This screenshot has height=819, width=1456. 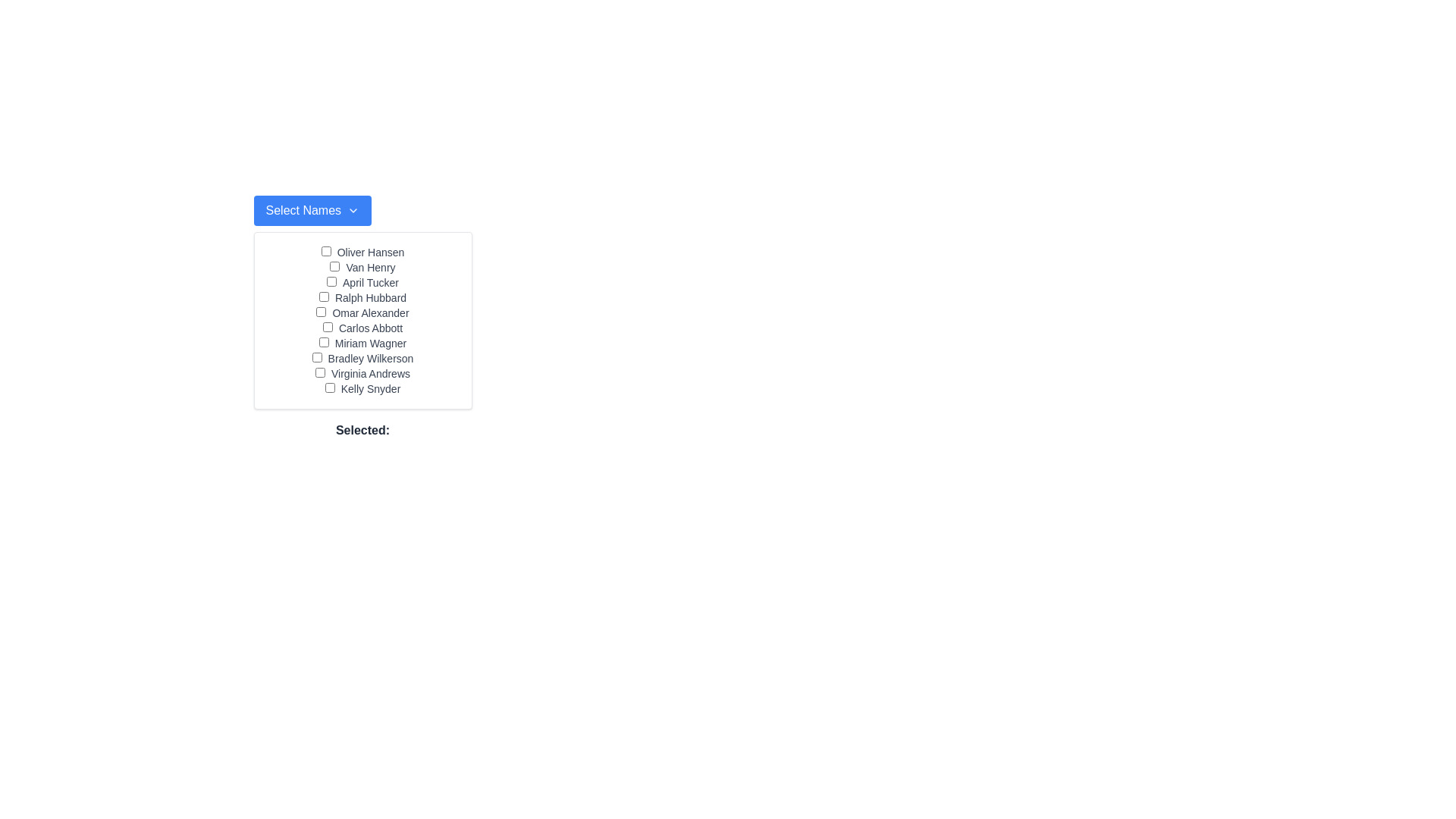 I want to click on the label displaying the text 'Bradley Wilkerson', which is the 8th entry in a vertical list of names, styled in gray and small text, located below the 'Select Names' dropdown, so click(x=362, y=359).